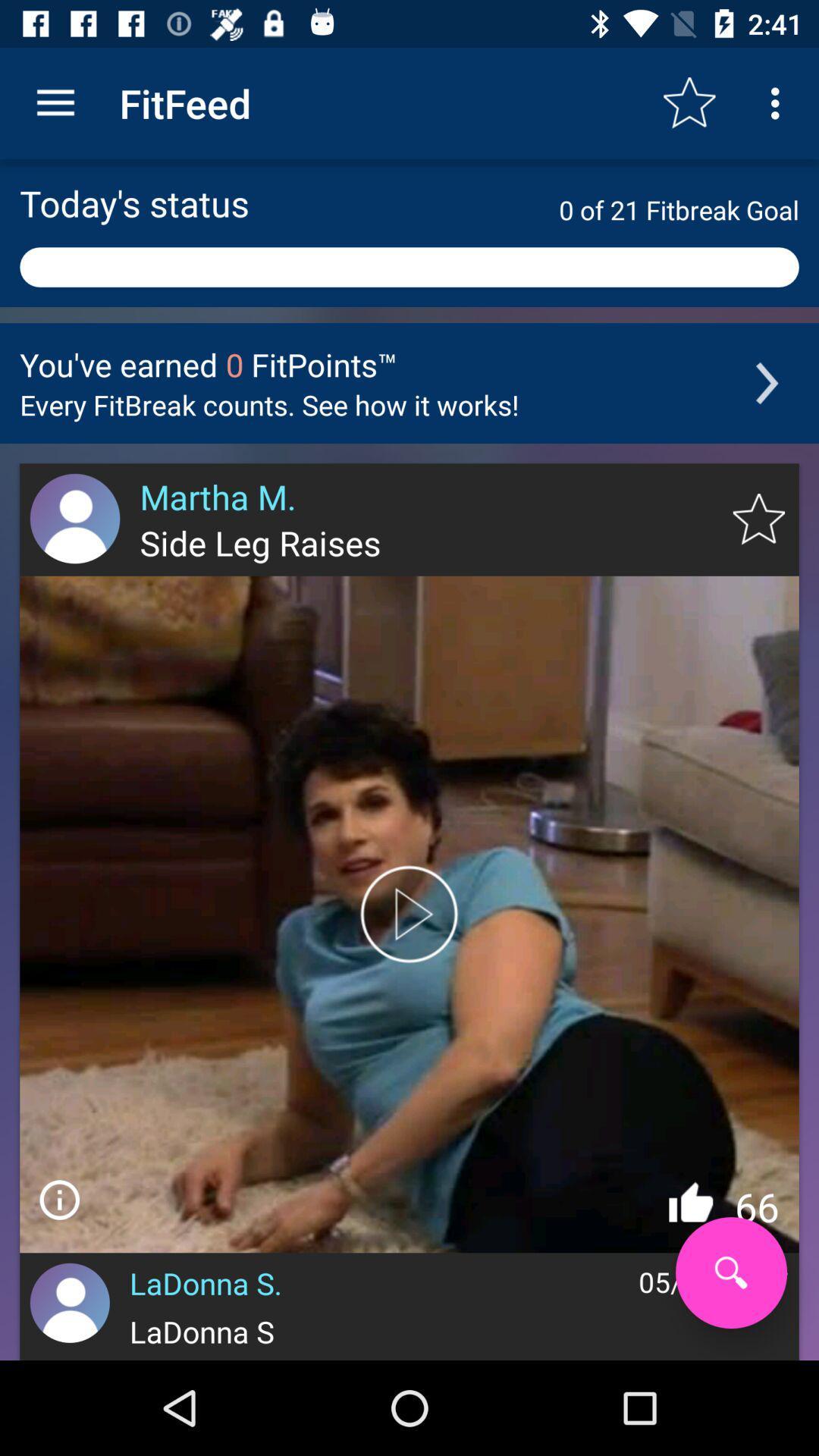  I want to click on search tool, so click(730, 1272).